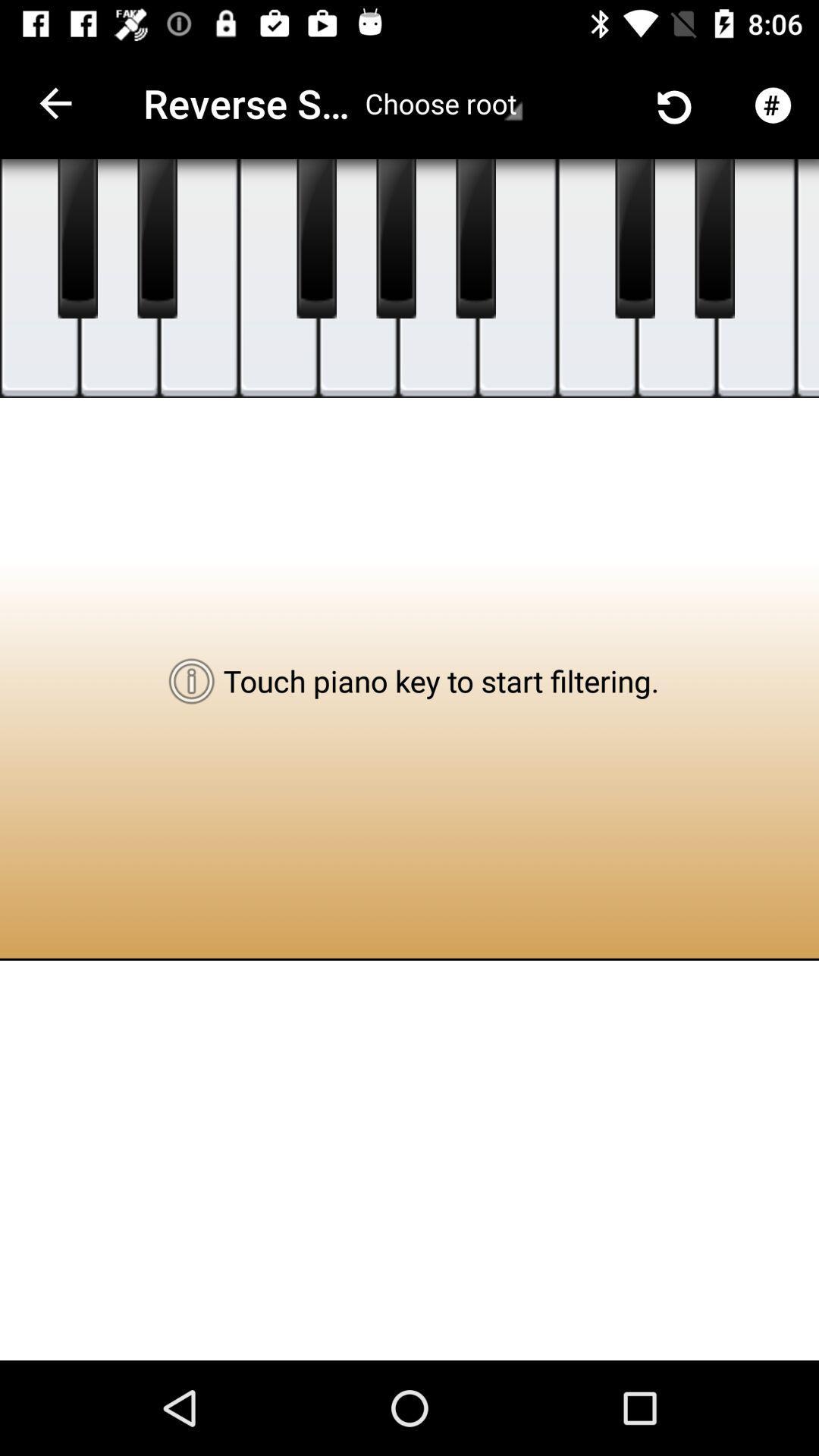 This screenshot has height=1456, width=819. Describe the element at coordinates (278, 278) in the screenshot. I see `piano` at that location.